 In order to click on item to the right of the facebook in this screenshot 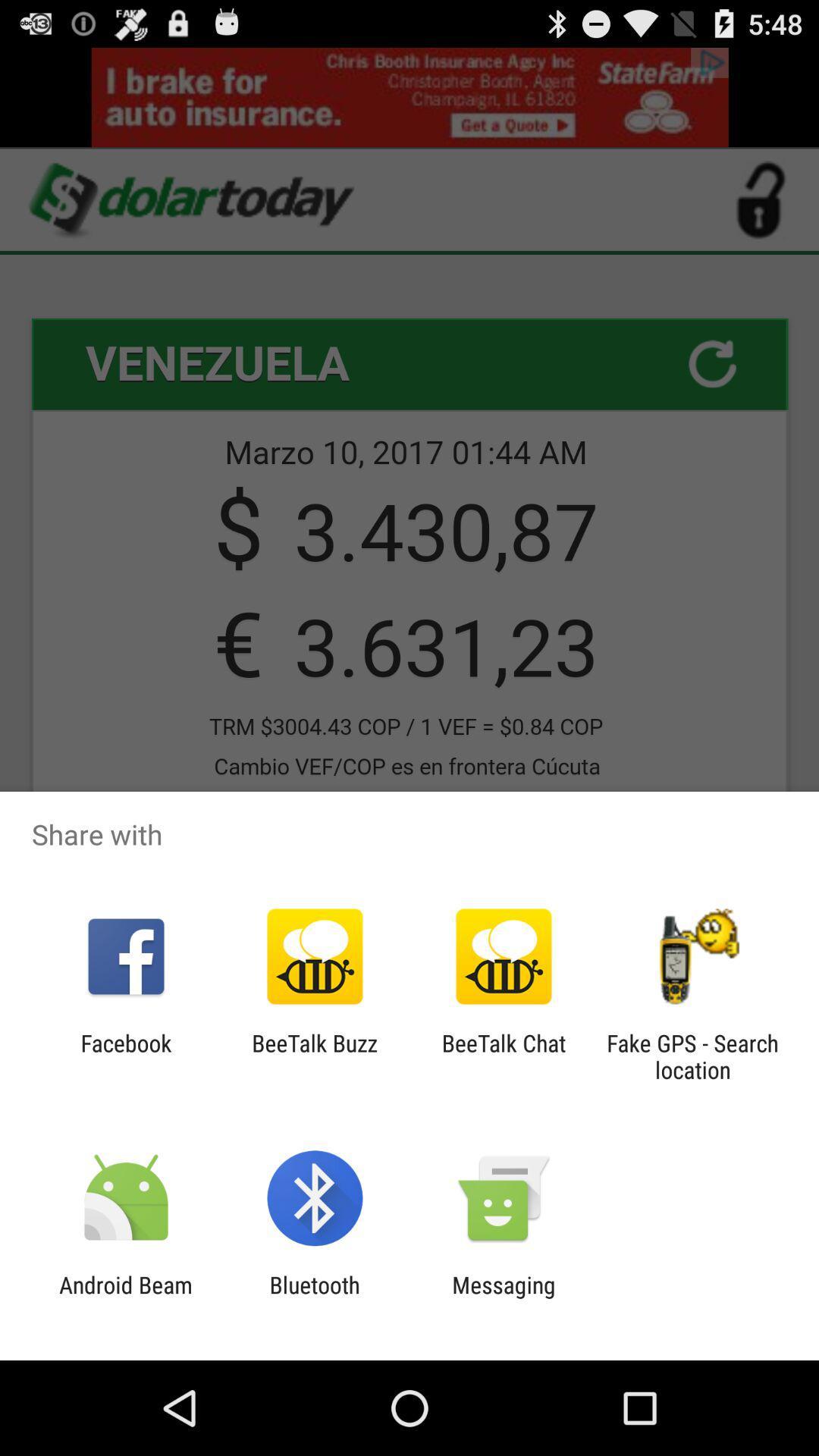, I will do `click(314, 1056)`.